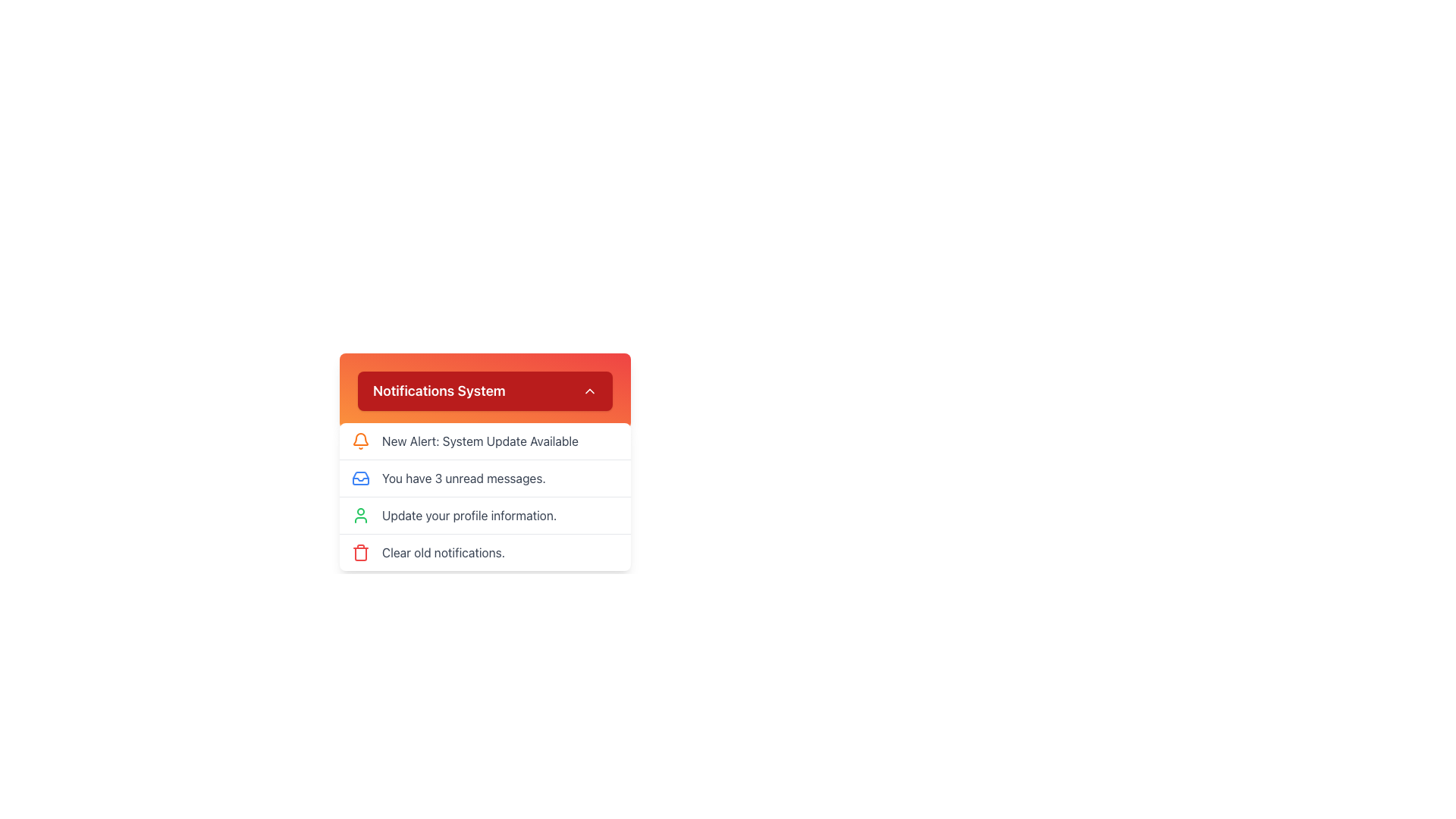 This screenshot has height=819, width=1456. Describe the element at coordinates (359, 553) in the screenshot. I see `the SVG icon indicating deletion or clearing action, located to the left of the 'Clear old notifications' text` at that location.